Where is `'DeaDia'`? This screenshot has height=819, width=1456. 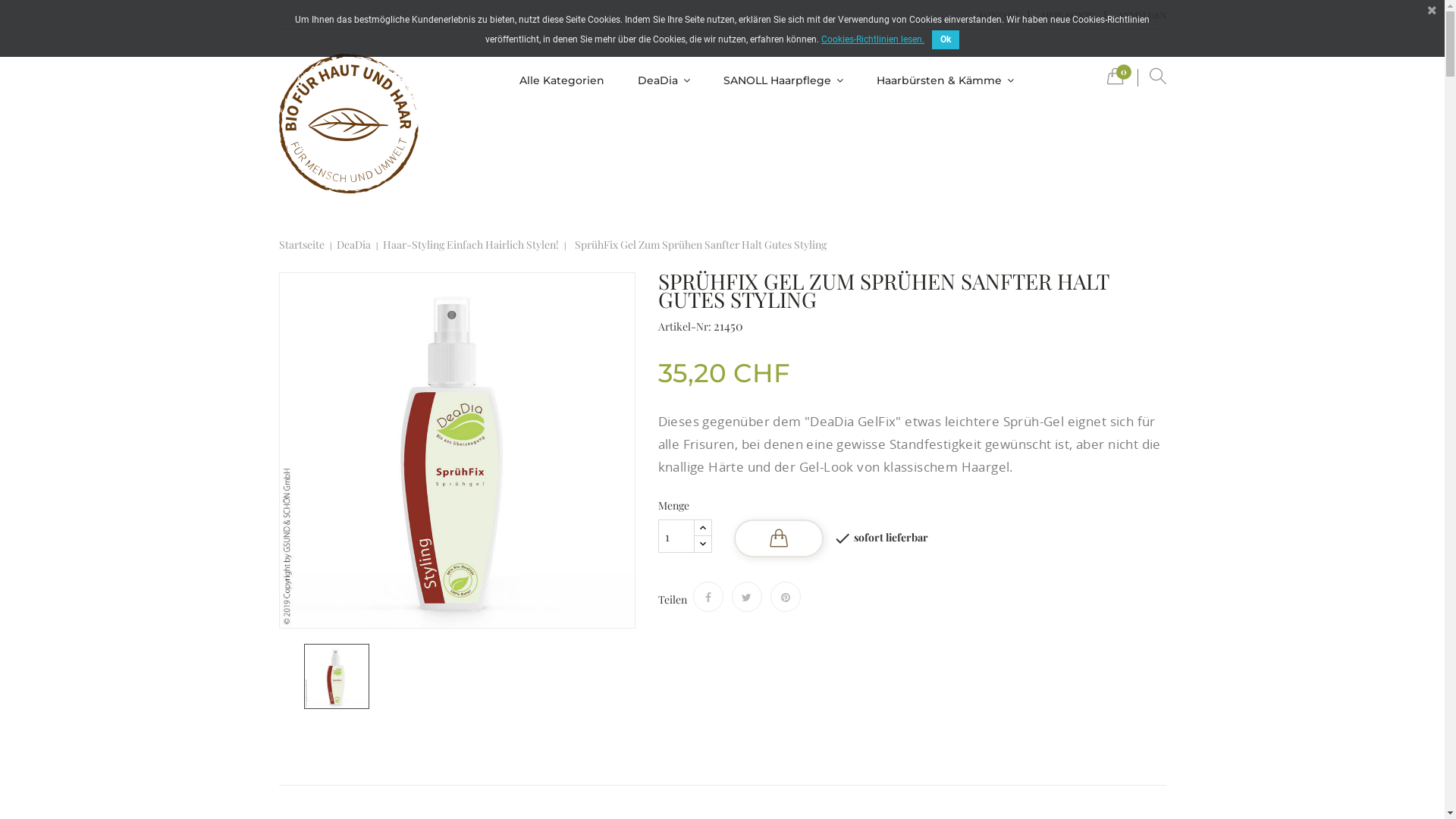
'DeaDia' is located at coordinates (353, 244).